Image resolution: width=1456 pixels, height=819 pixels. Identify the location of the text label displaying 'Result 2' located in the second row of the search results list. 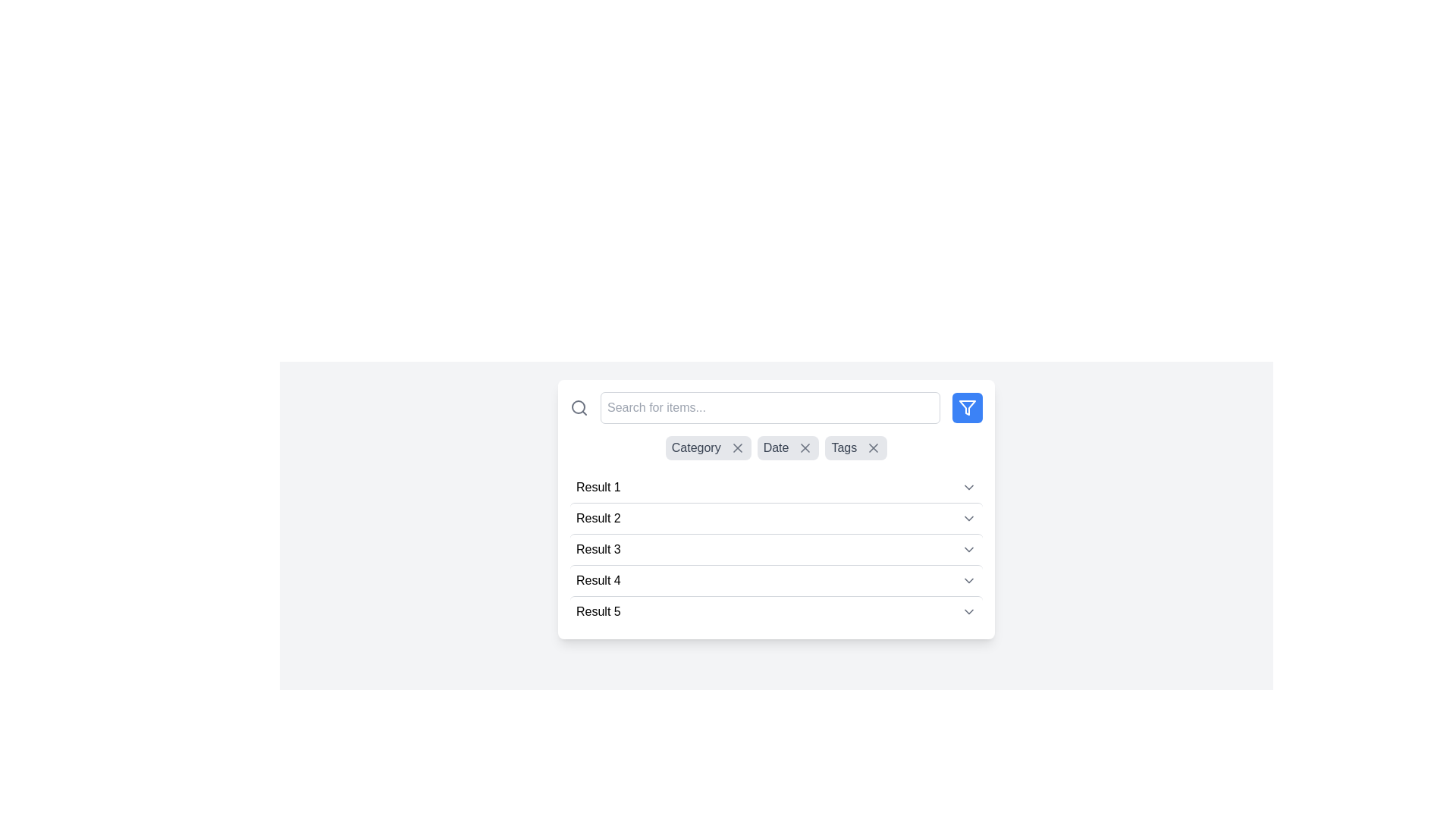
(598, 517).